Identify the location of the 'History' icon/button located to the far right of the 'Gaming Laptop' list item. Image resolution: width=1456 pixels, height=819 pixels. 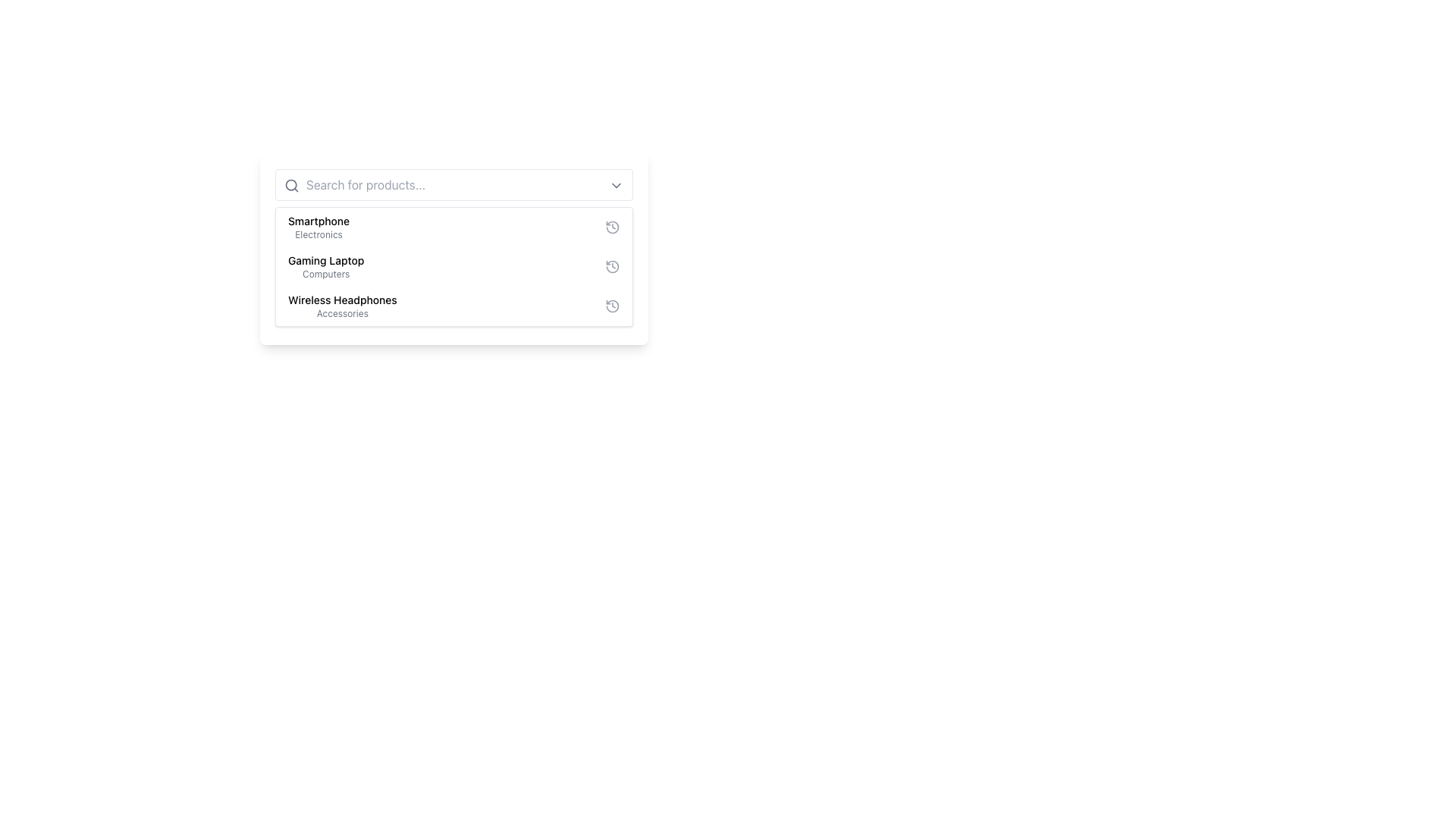
(612, 265).